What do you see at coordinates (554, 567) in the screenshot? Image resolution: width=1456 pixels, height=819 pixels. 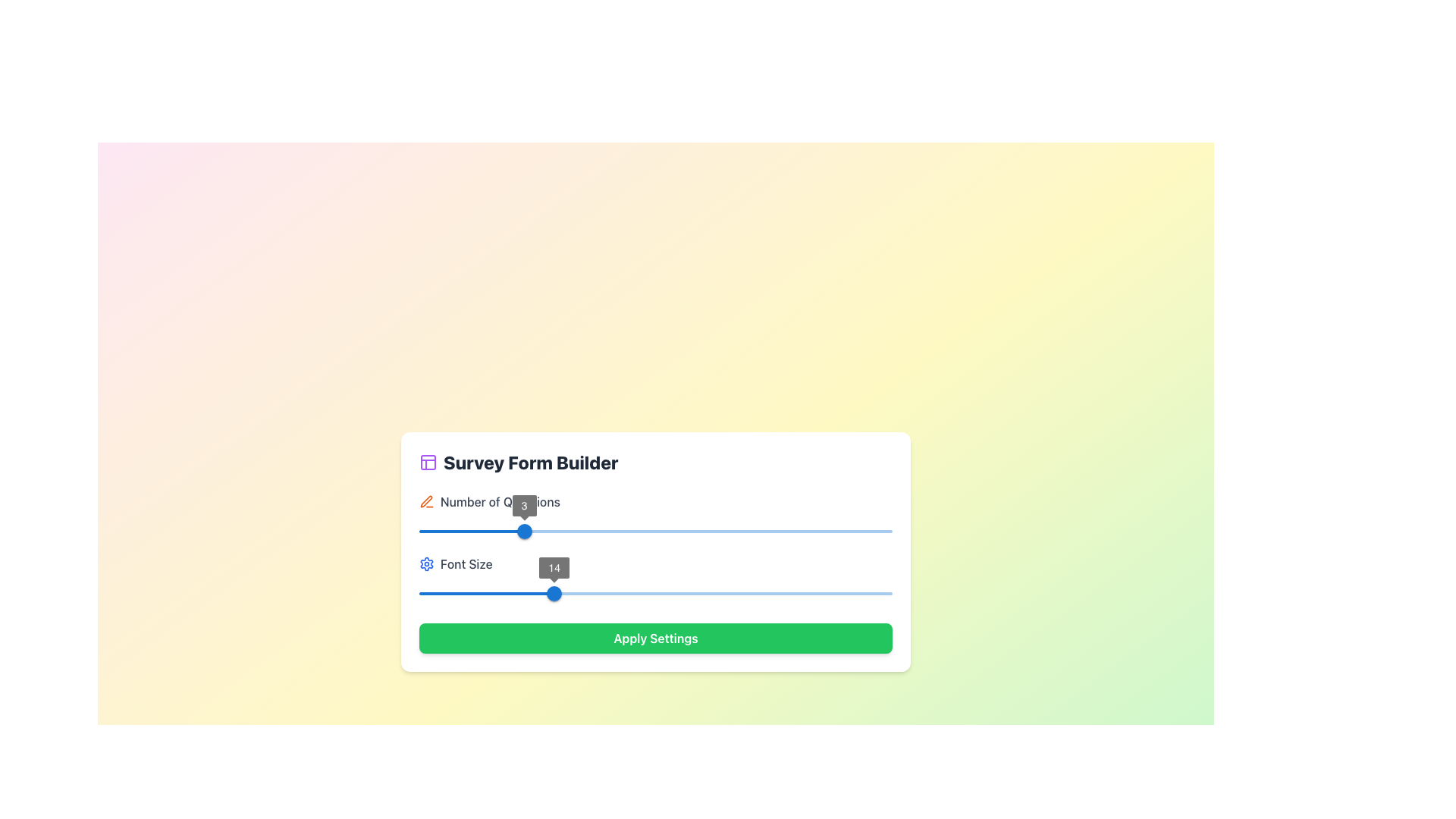 I see `the displayed value '14' on the tooltip label positioned above the slider thumb of the 'Font Size' slider` at bounding box center [554, 567].